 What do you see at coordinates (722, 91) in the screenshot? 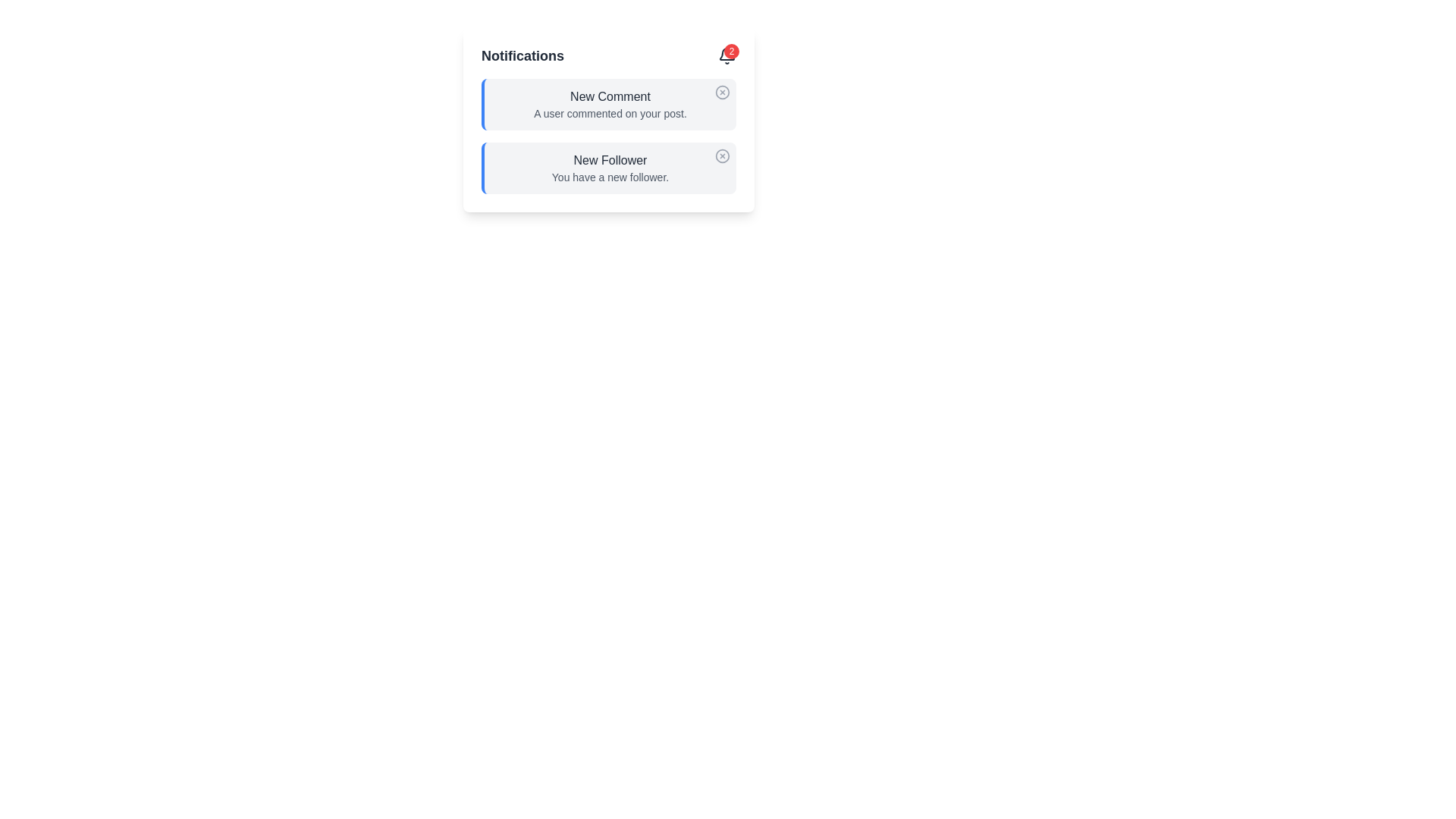
I see `the circular part of the 'close' icon located` at bounding box center [722, 91].